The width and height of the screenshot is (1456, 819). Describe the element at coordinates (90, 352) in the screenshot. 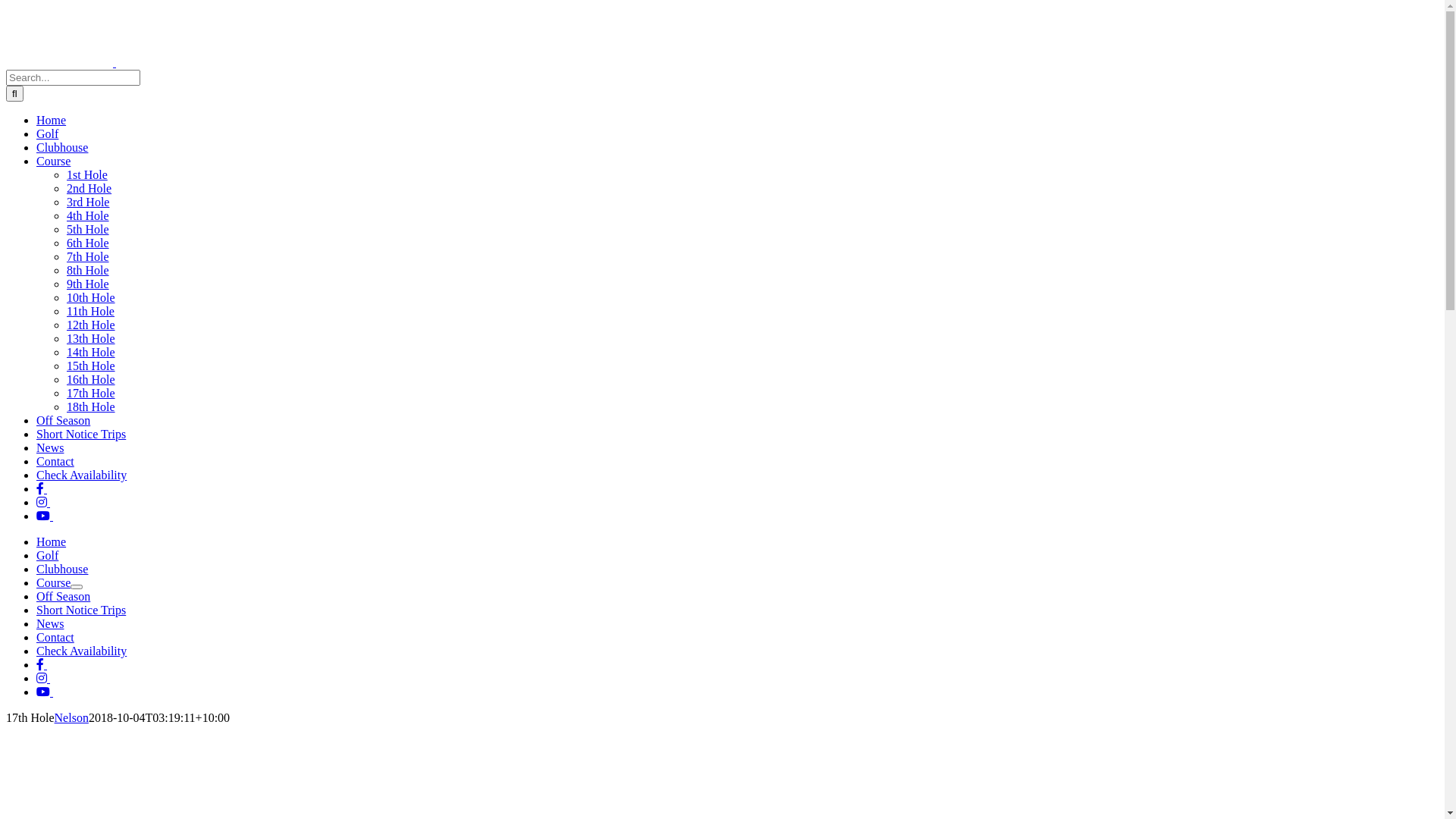

I see `'14th Hole'` at that location.